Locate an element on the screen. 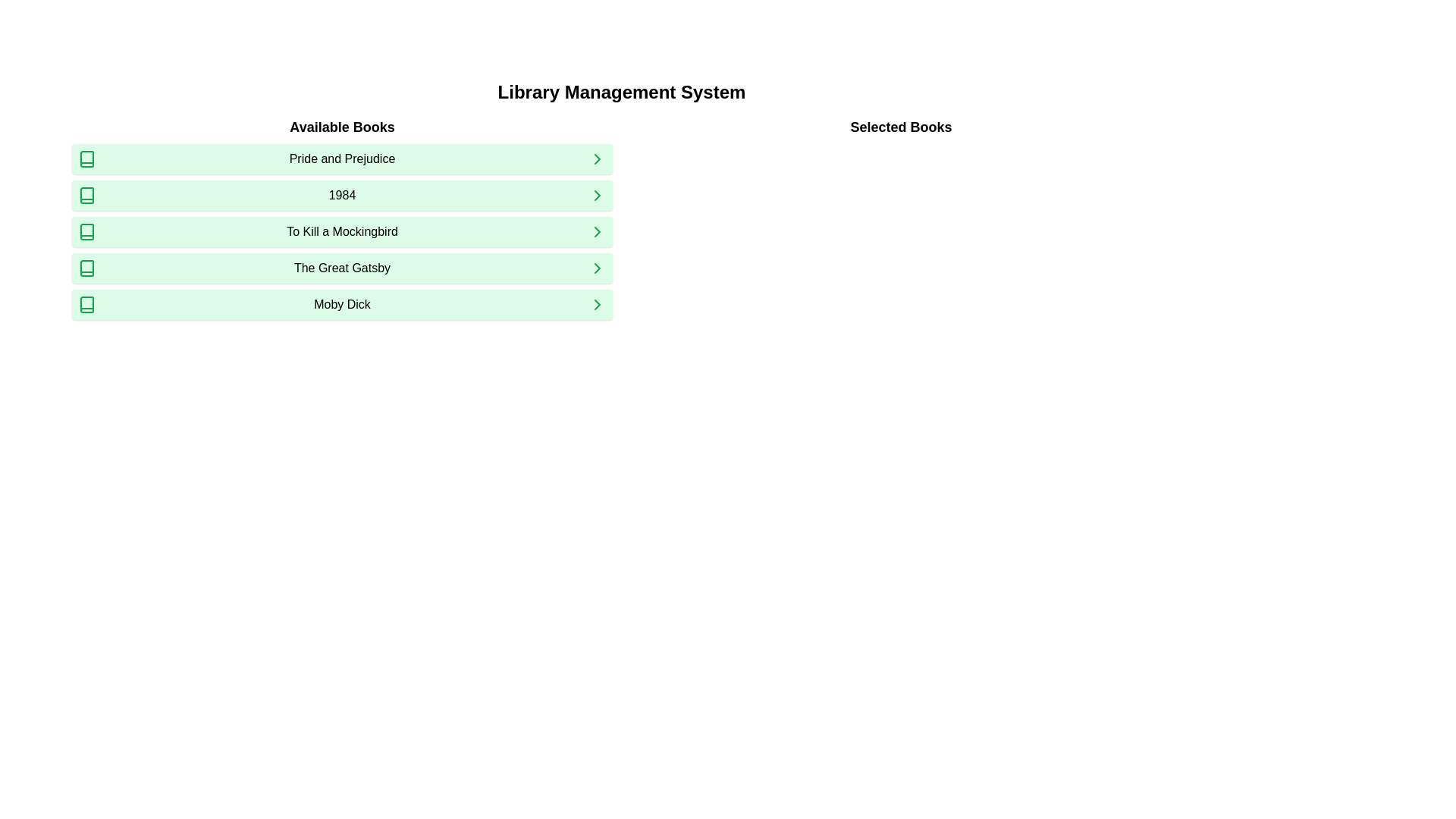 The width and height of the screenshot is (1456, 819). the rightward-pointing chevron icon with a thin green stroke located on a light green background, positioned at the far right of the row containing 'To Kill a Mockingbird' in the 'Available Books' column is located at coordinates (596, 231).